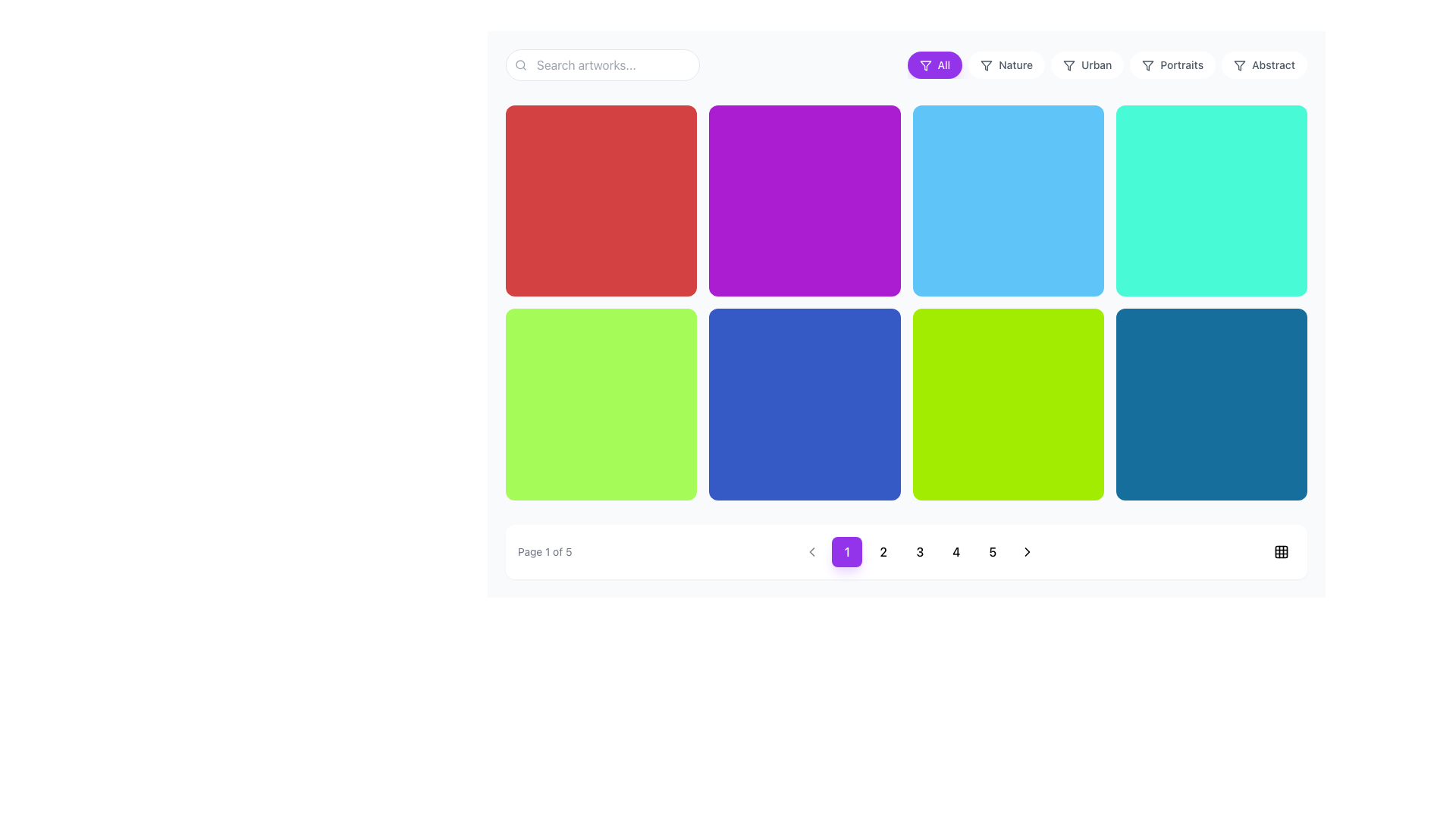 The height and width of the screenshot is (819, 1456). I want to click on the 'Nature' button, which is the second button in a horizontal list of category buttons, for visual feedback, so click(1006, 64).